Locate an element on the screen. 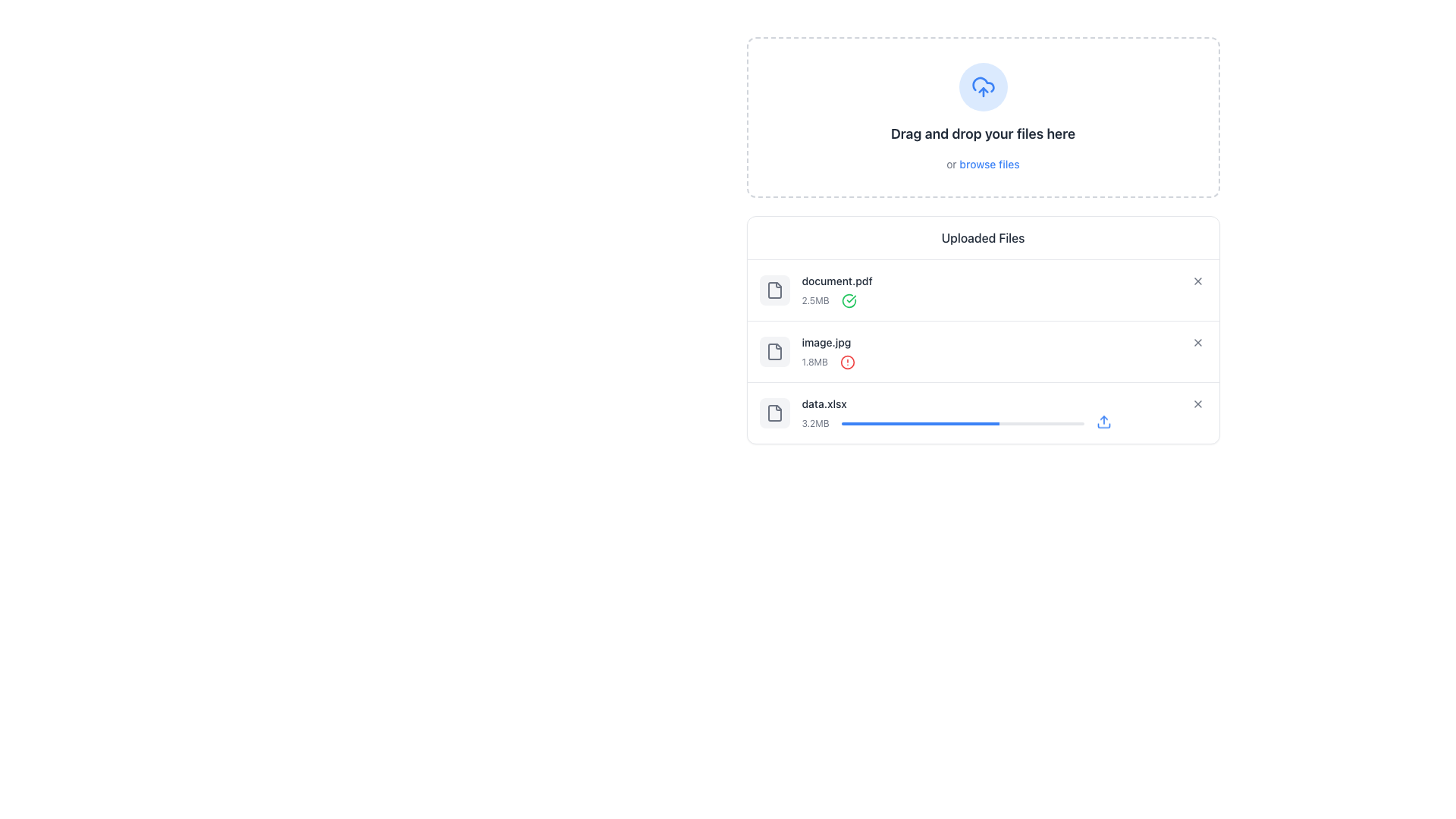  the alert icon indicating an issue related to the file 'image.jpg' in the file upload list is located at coordinates (847, 362).